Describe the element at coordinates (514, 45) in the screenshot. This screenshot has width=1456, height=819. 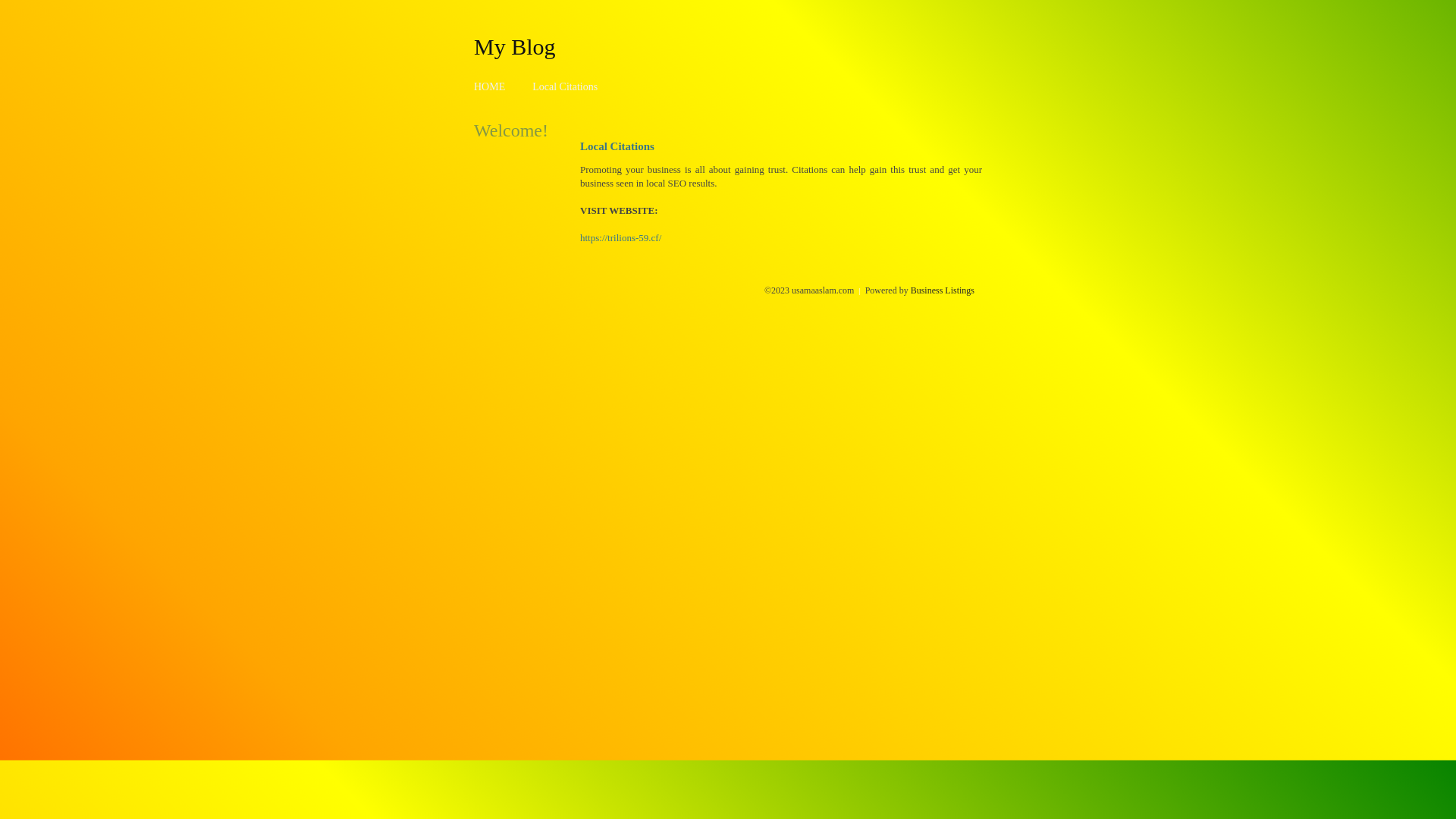
I see `'My Blog'` at that location.